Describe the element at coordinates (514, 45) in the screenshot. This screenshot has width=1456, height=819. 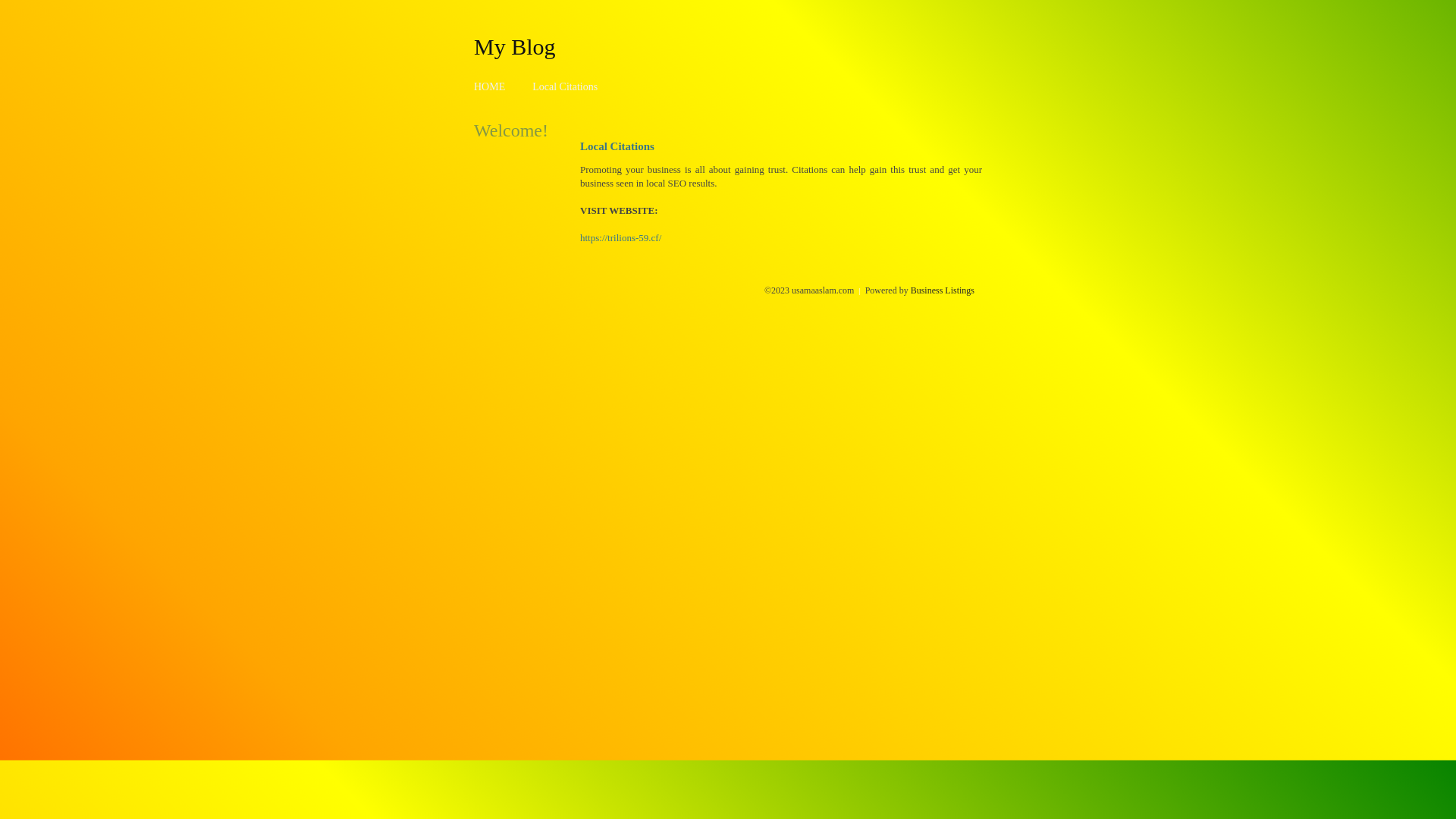
I see `'My Blog'` at that location.